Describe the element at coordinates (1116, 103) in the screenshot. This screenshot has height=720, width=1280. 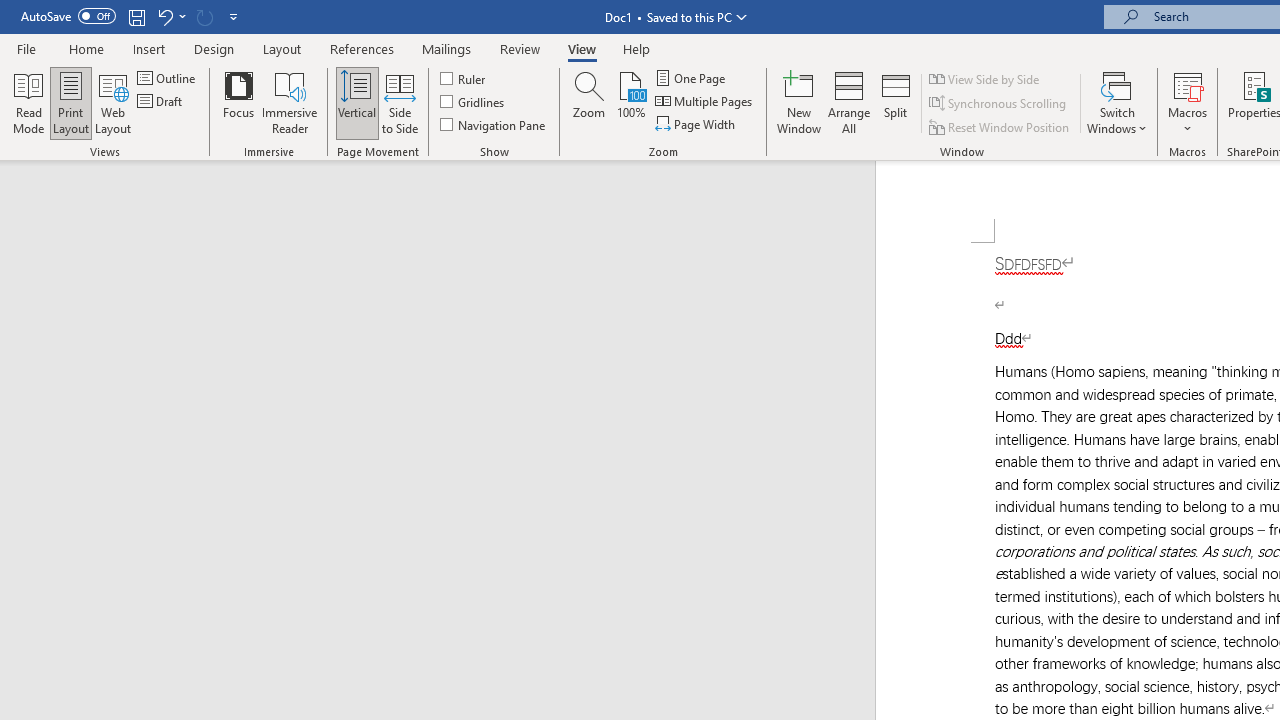
I see `'Switch Windows'` at that location.